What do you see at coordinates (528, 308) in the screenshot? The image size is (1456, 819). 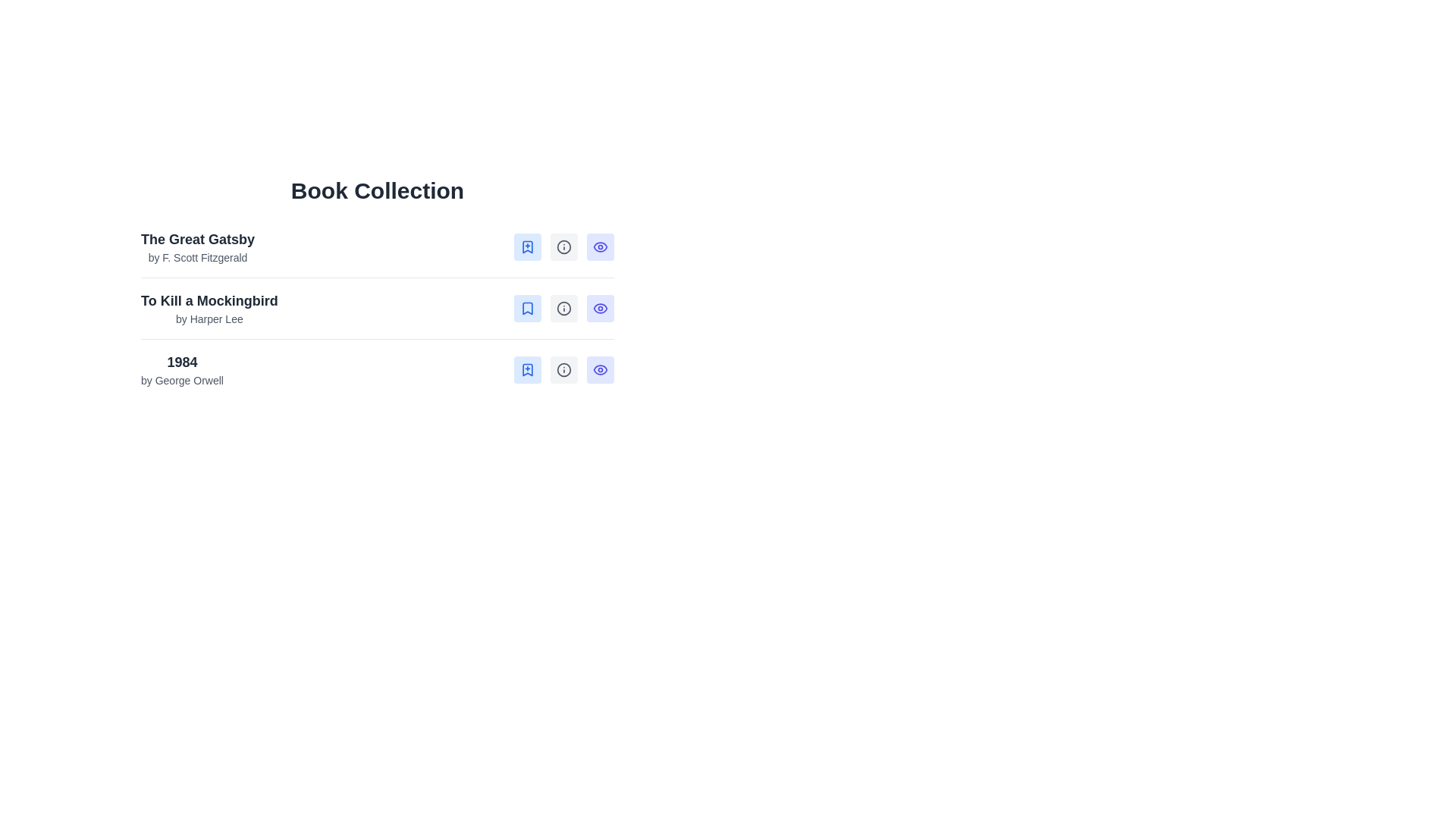 I see `the stylized bookmark icon with a blue outline for the book 'To Kill a Mockingbird'` at bounding box center [528, 308].